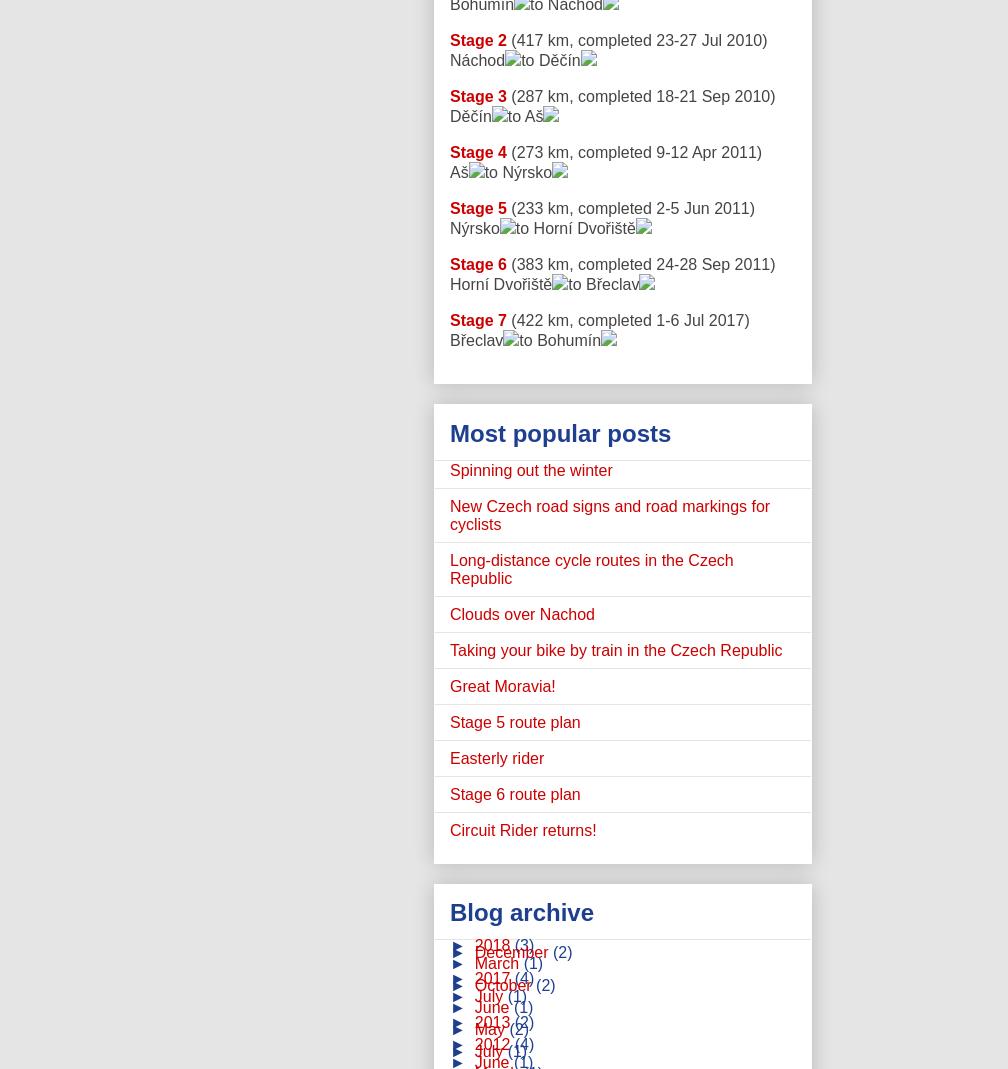 This screenshot has width=1008, height=1069. What do you see at coordinates (506, 152) in the screenshot?
I see `'(273 km, completed 9-12 Apr 2011)'` at bounding box center [506, 152].